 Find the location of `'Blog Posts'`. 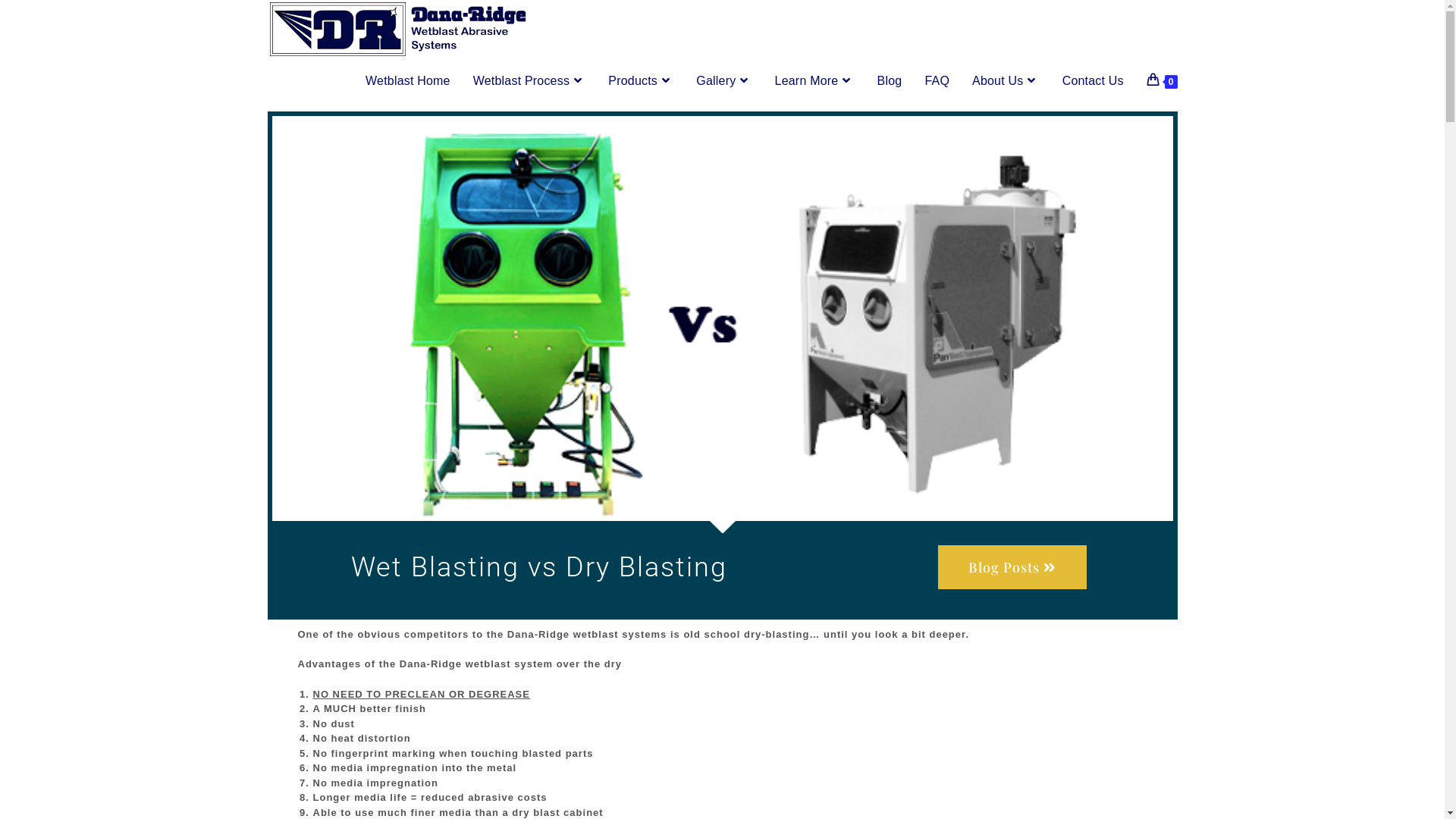

'Blog Posts' is located at coordinates (1012, 567).